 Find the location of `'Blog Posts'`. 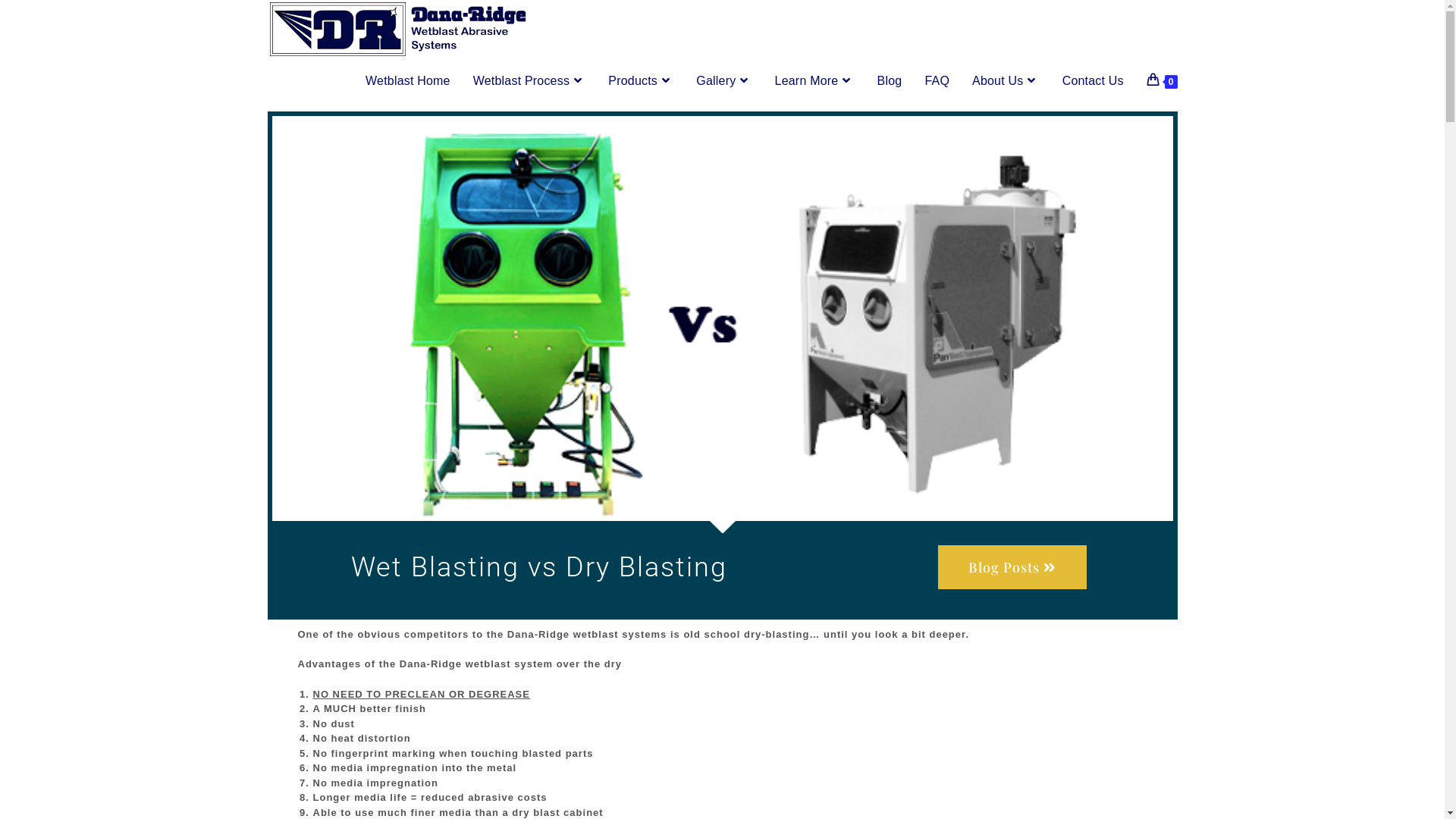

'Blog Posts' is located at coordinates (1012, 567).